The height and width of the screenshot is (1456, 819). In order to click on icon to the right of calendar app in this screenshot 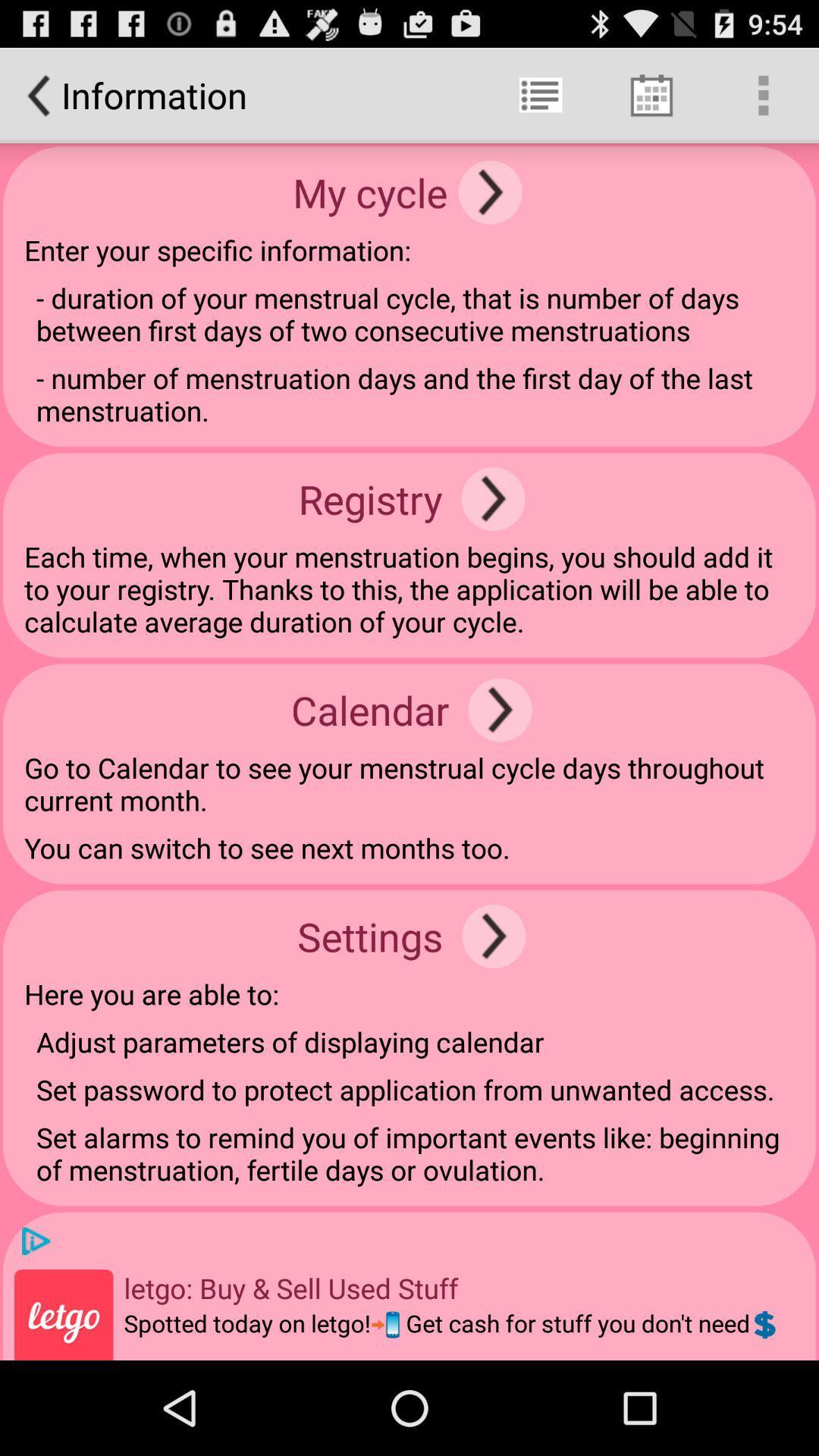, I will do `click(500, 709)`.